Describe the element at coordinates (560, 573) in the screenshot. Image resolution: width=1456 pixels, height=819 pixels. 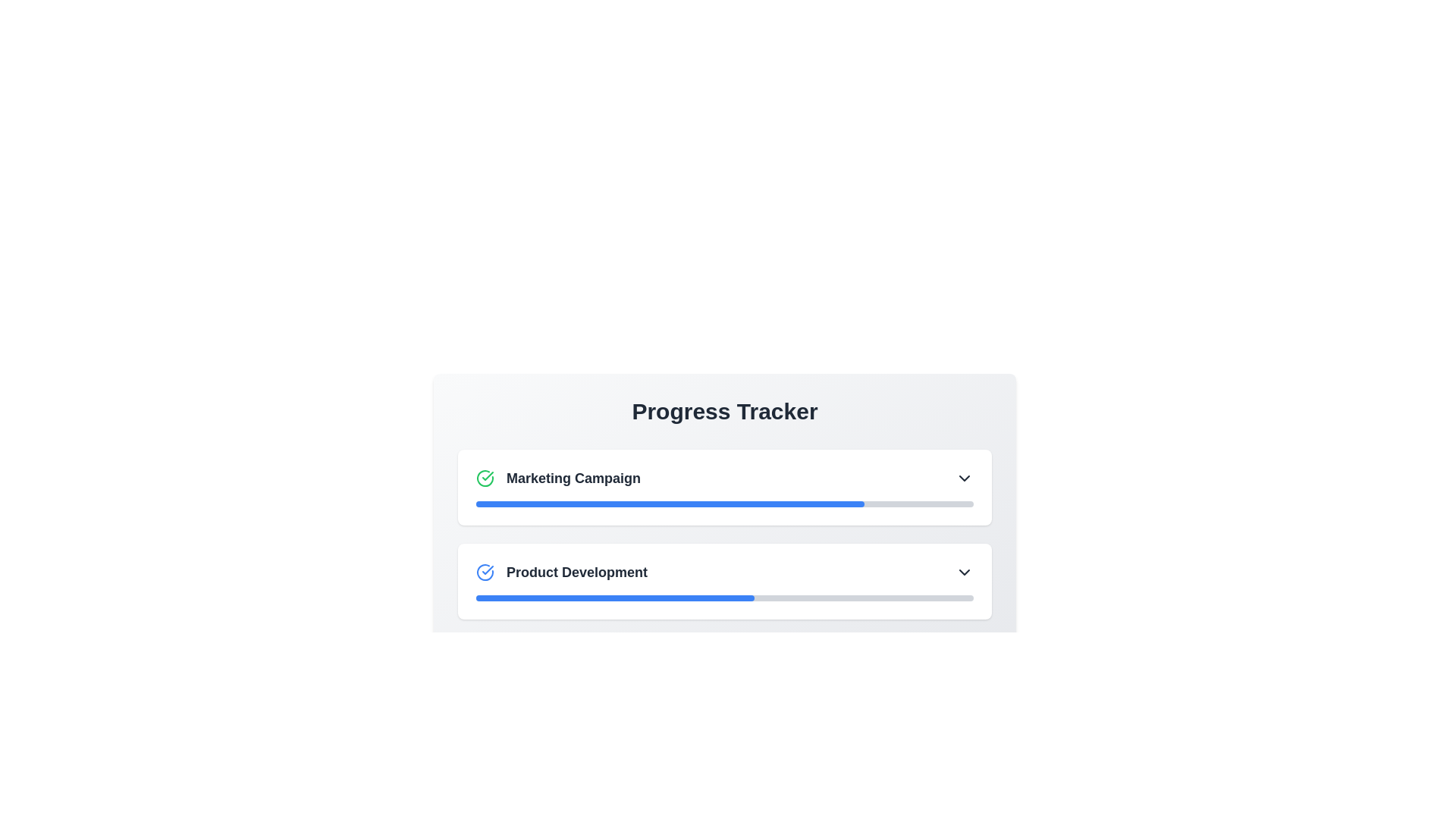
I see `the 'Product Development' label in the Progress Tracker section` at that location.